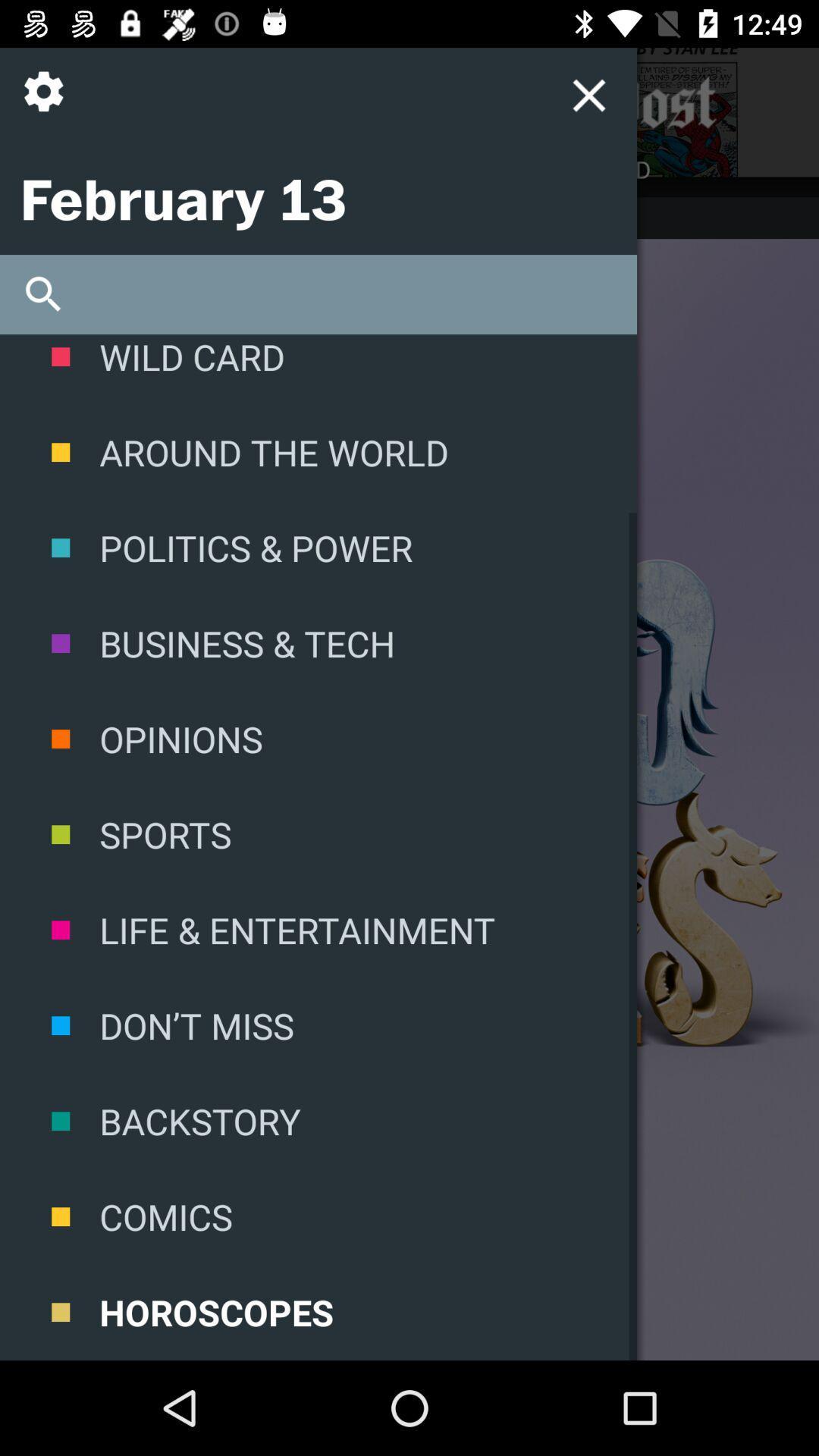 This screenshot has width=819, height=1456. What do you see at coordinates (318, 929) in the screenshot?
I see `app below sports item` at bounding box center [318, 929].